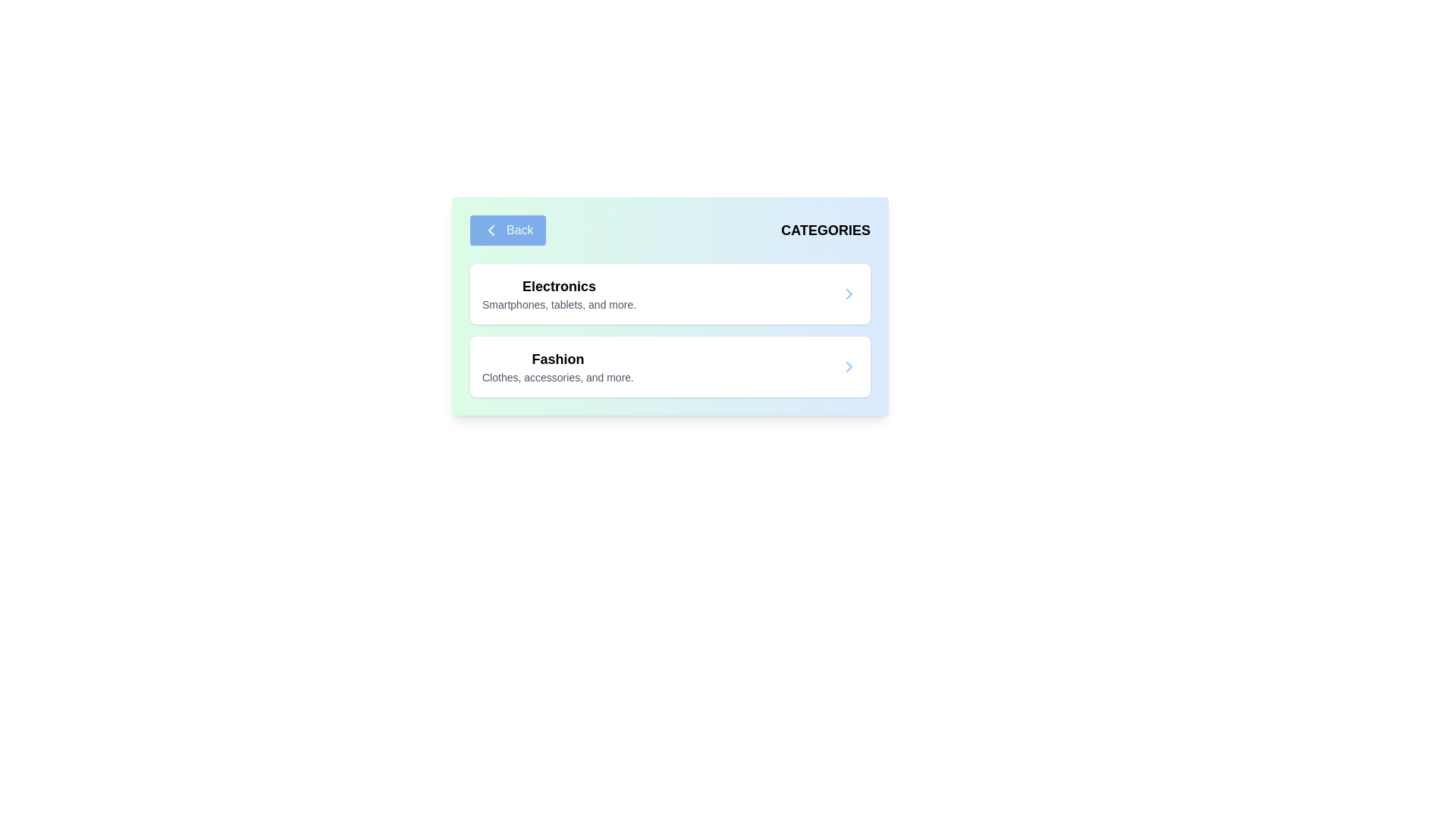 Image resolution: width=1456 pixels, height=819 pixels. What do you see at coordinates (558, 304) in the screenshot?
I see `text label that displays 'Smartphones, tablets, and more.' located below the 'Electronics' title in the 'Categories' section` at bounding box center [558, 304].